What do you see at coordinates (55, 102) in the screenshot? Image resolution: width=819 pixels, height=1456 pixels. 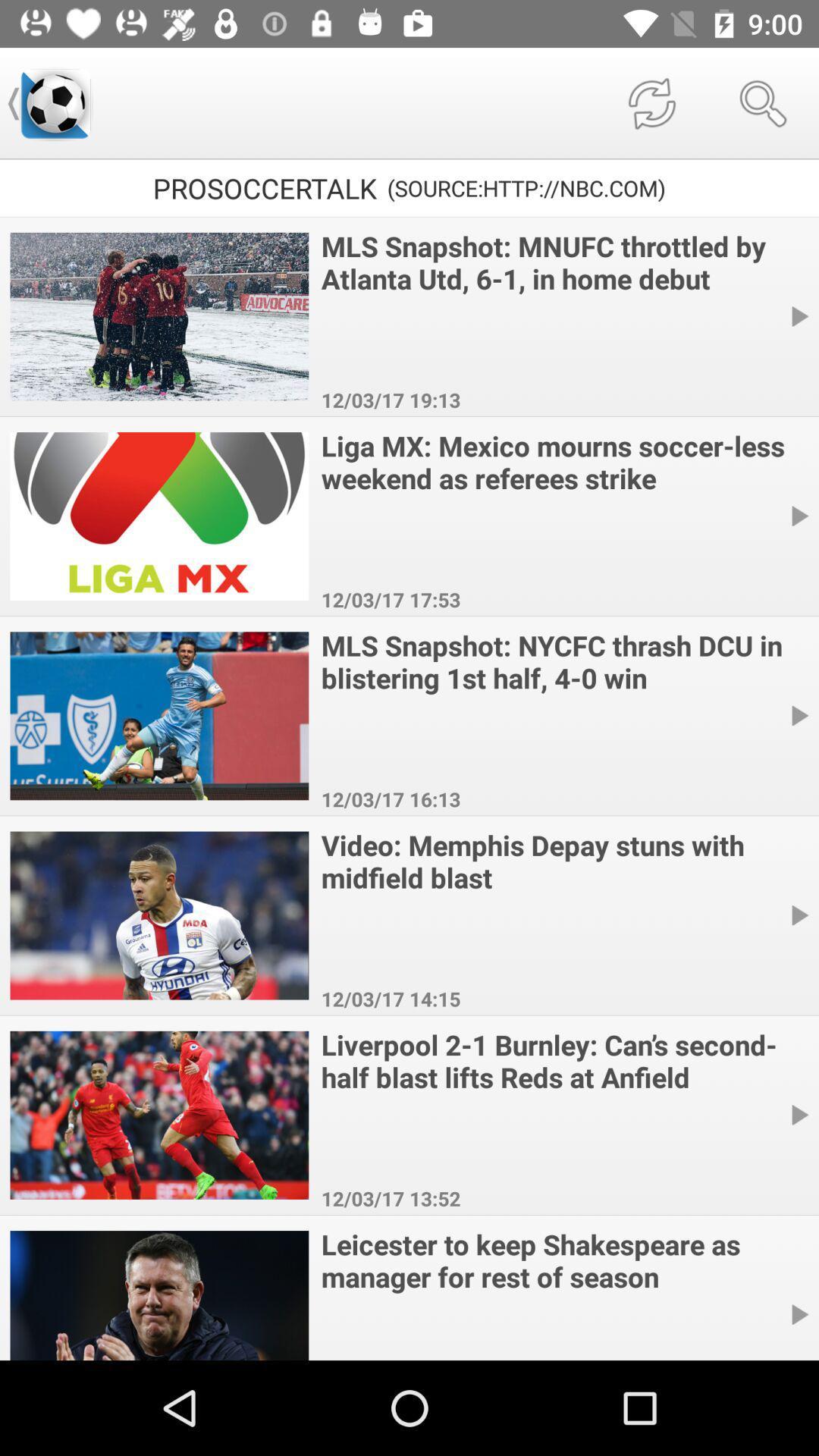 I see `the icon to the left of the prosoccertalk item` at bounding box center [55, 102].